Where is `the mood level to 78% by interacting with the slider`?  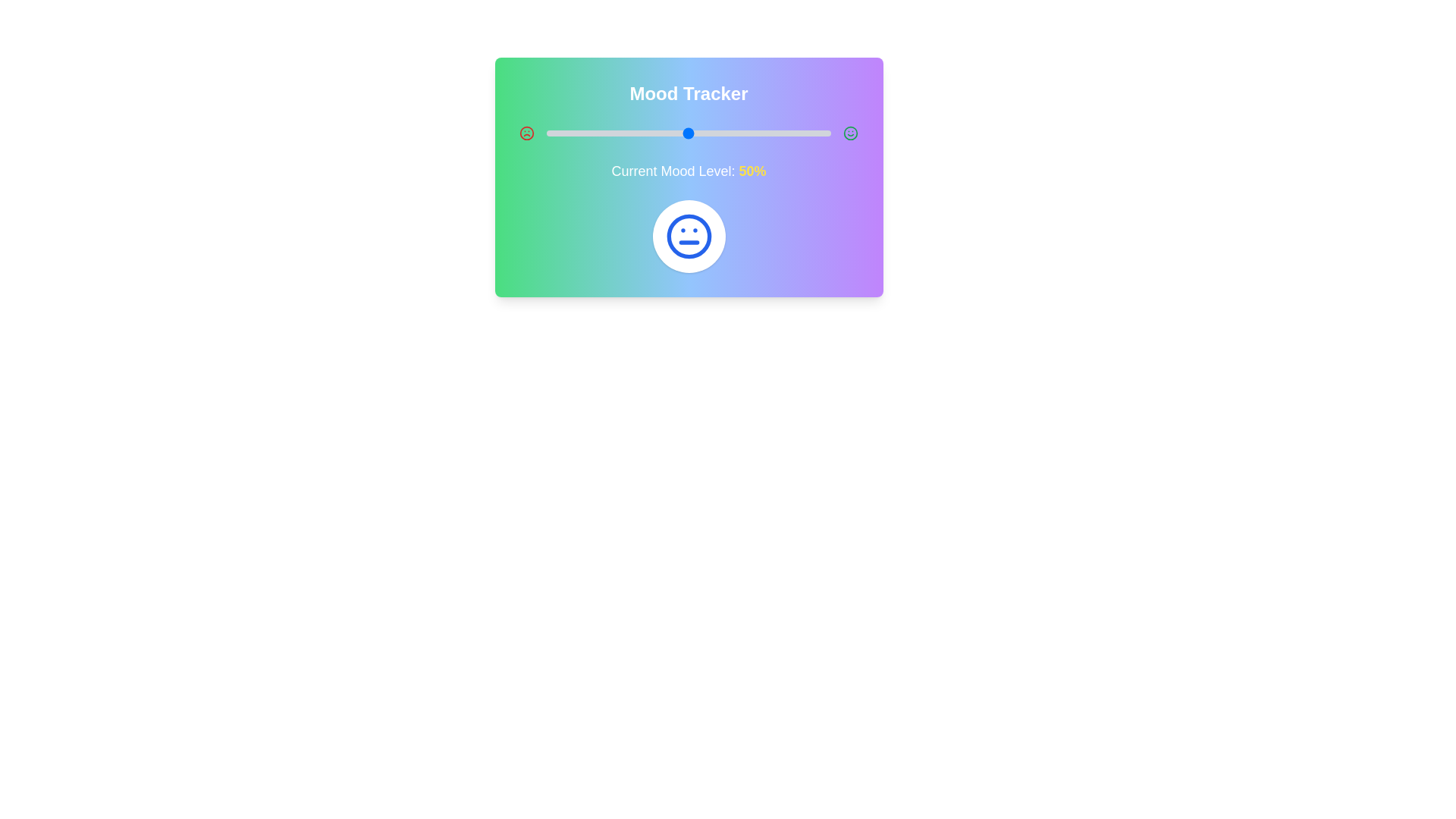
the mood level to 78% by interacting with the slider is located at coordinates (768, 133).